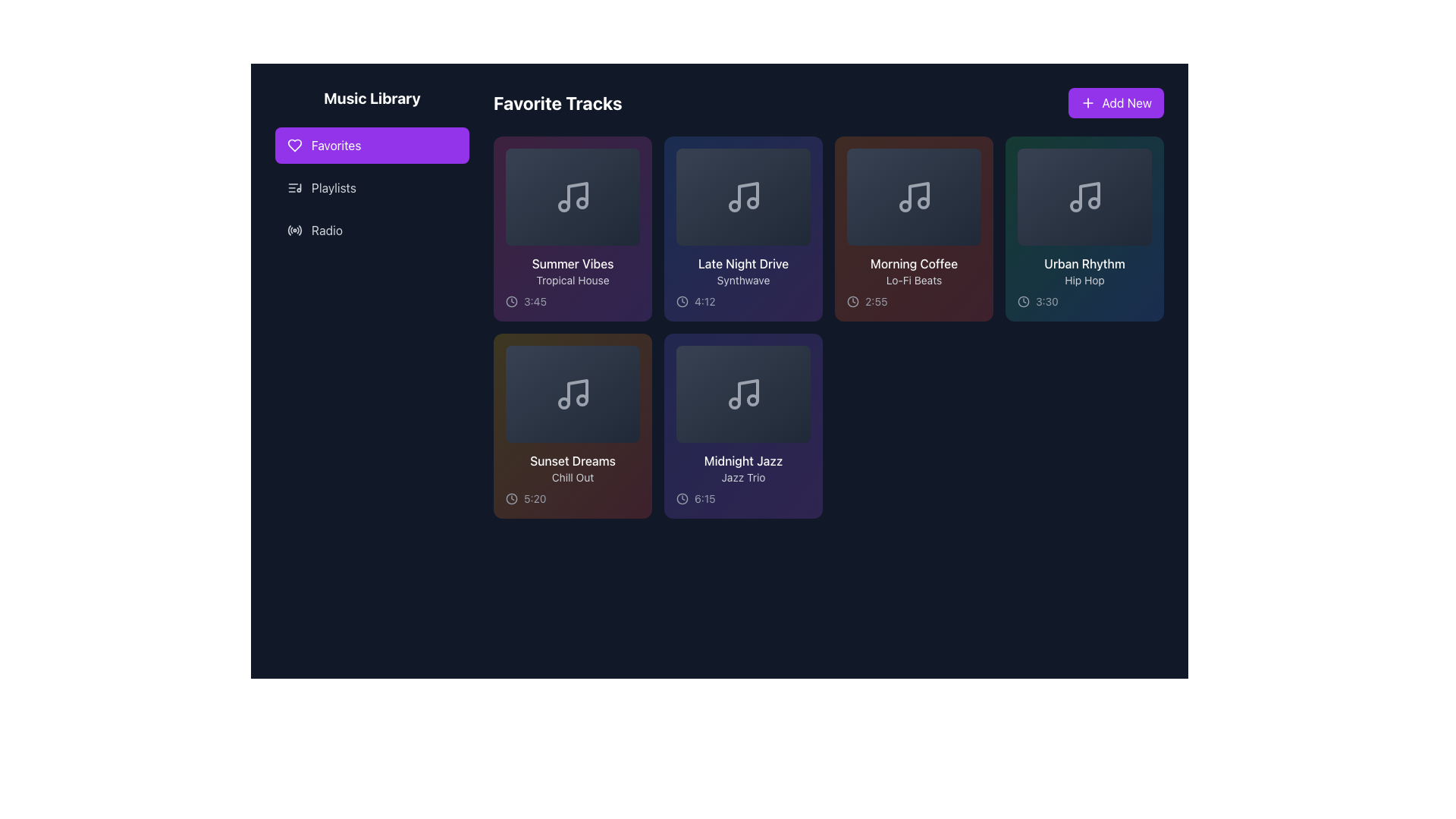  I want to click on the music track tile, which is the third tile in the top row of the grid layout, so click(913, 228).